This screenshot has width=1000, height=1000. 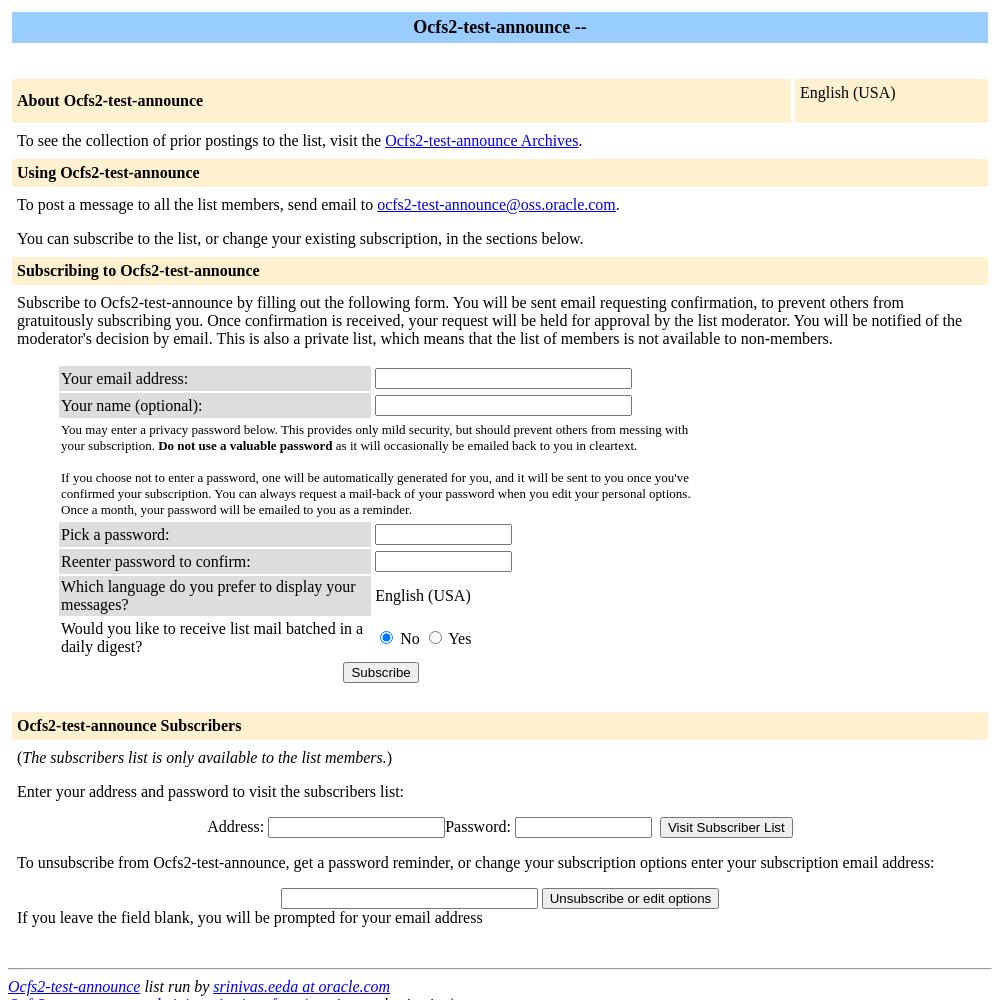 What do you see at coordinates (61, 492) in the screenshot?
I see `'If you choose not to enter a password, one will be
            automatically generated for you, and it will be sent to
            you once you've confirmed your subscription.  You can
            always request a mail-back of your password when you edit
            your personal options.
	    Once a month, your password will be emailed to you as a reminder.'` at bounding box center [61, 492].